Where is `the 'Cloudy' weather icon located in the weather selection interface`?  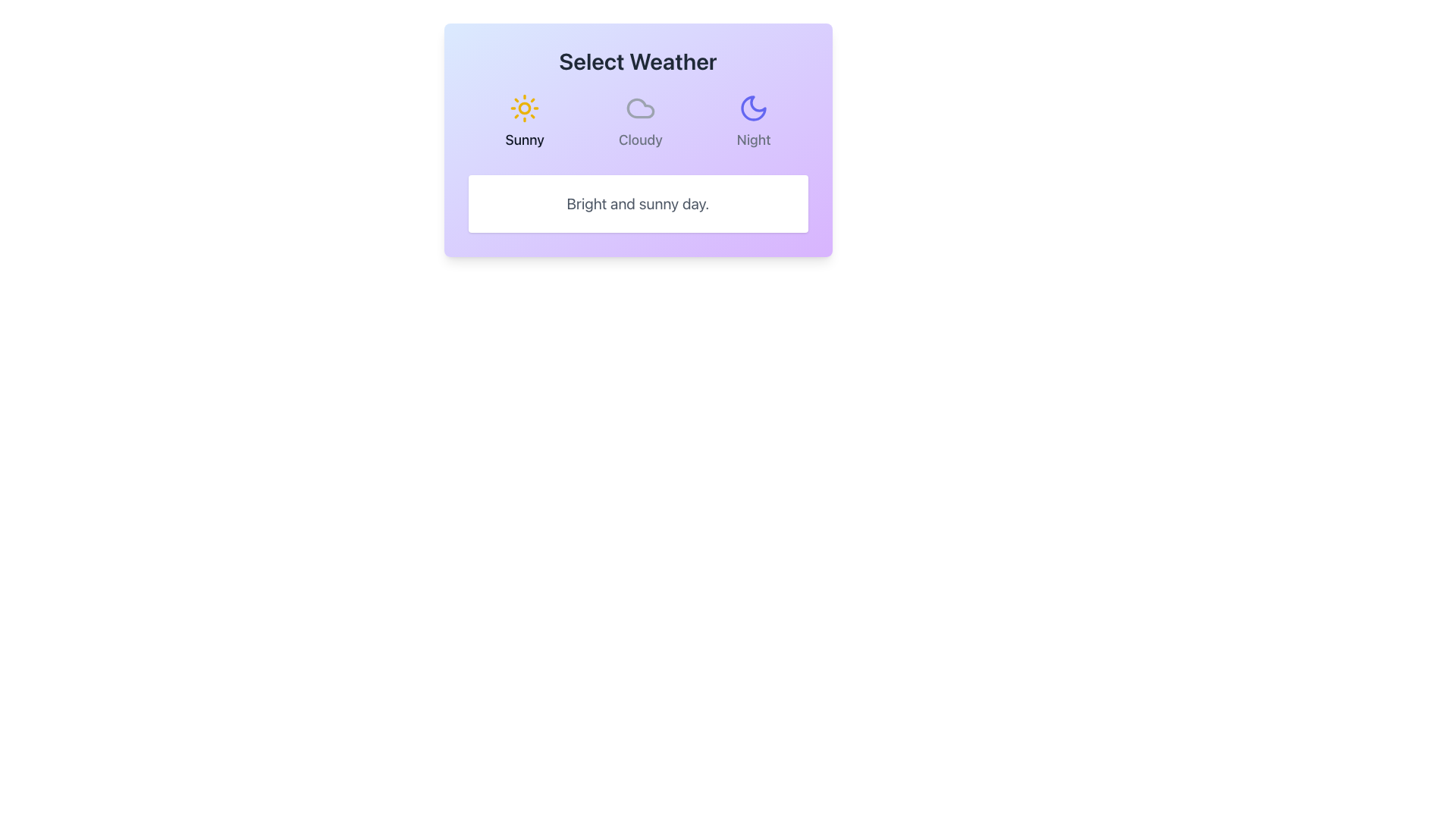
the 'Cloudy' weather icon located in the weather selection interface is located at coordinates (640, 107).